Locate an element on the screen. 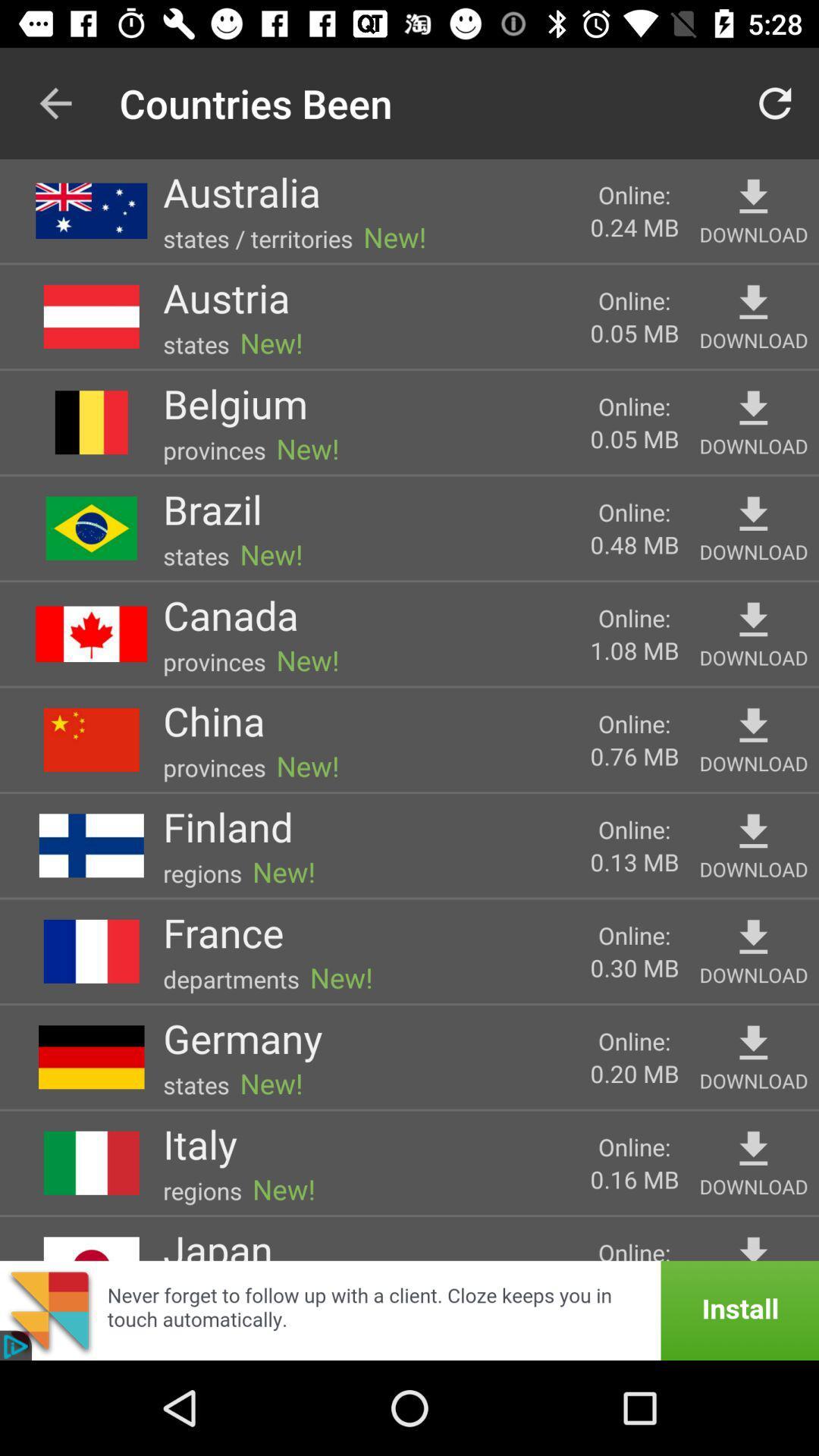 The image size is (819, 1456). the icon above the new! item is located at coordinates (242, 1037).